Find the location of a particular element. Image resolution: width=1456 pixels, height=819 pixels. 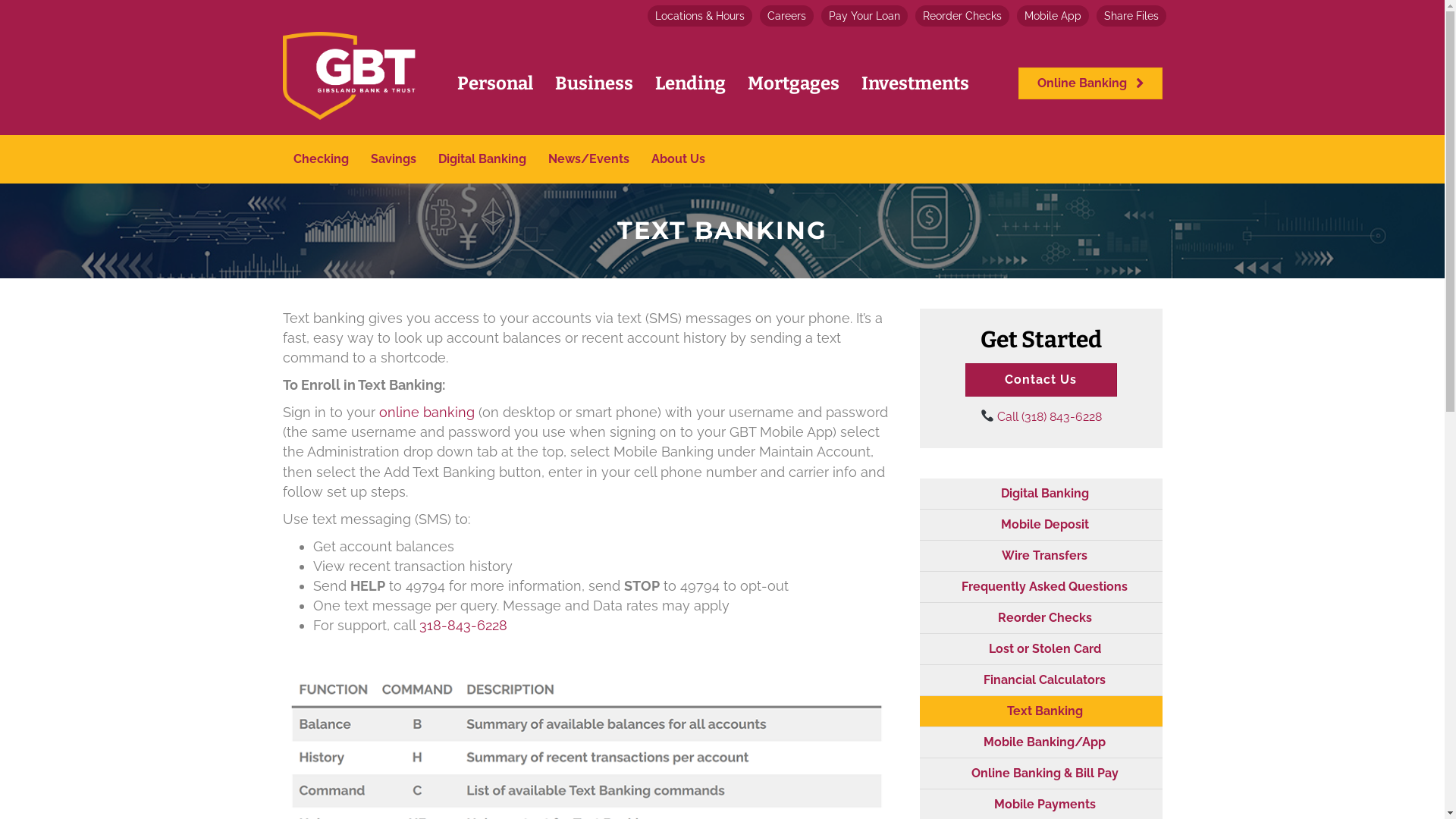

'Careers' is located at coordinates (786, 15).